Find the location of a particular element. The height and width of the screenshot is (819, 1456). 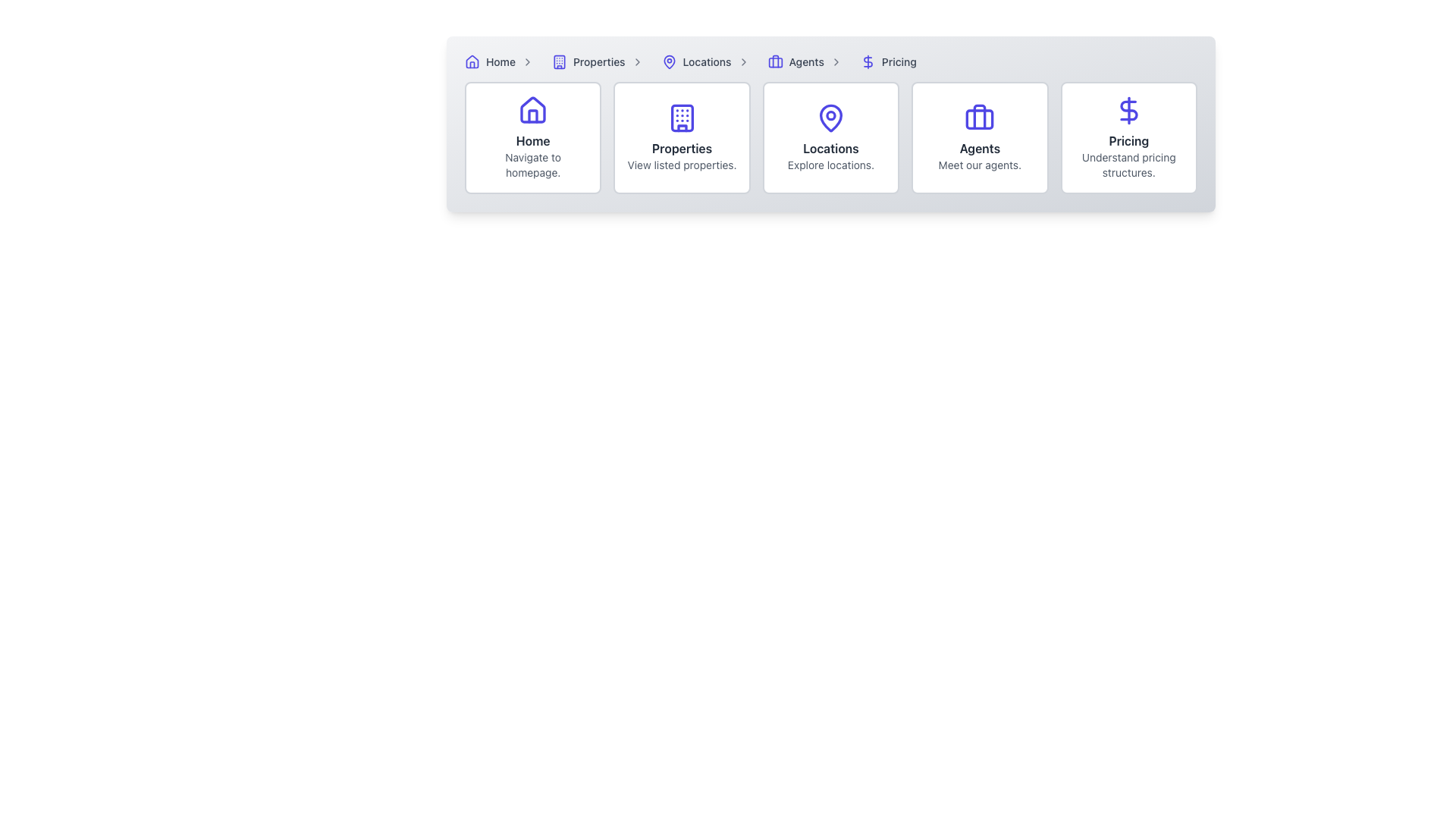

the 'Home' SVG icon located above the text label 'Home' in the first card of the navigation options is located at coordinates (533, 110).